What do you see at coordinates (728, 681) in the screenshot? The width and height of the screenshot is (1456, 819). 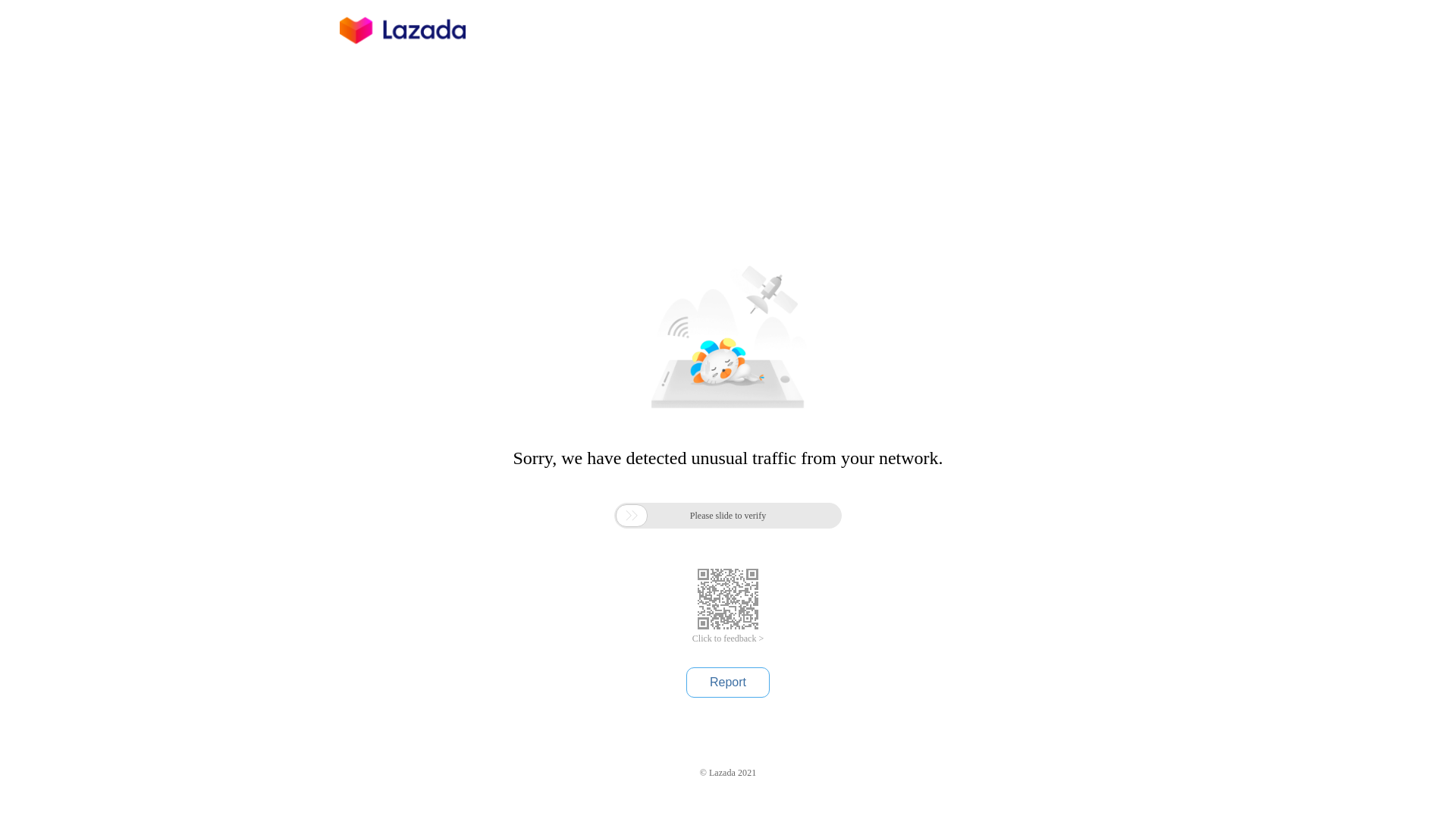 I see `'Report'` at bounding box center [728, 681].